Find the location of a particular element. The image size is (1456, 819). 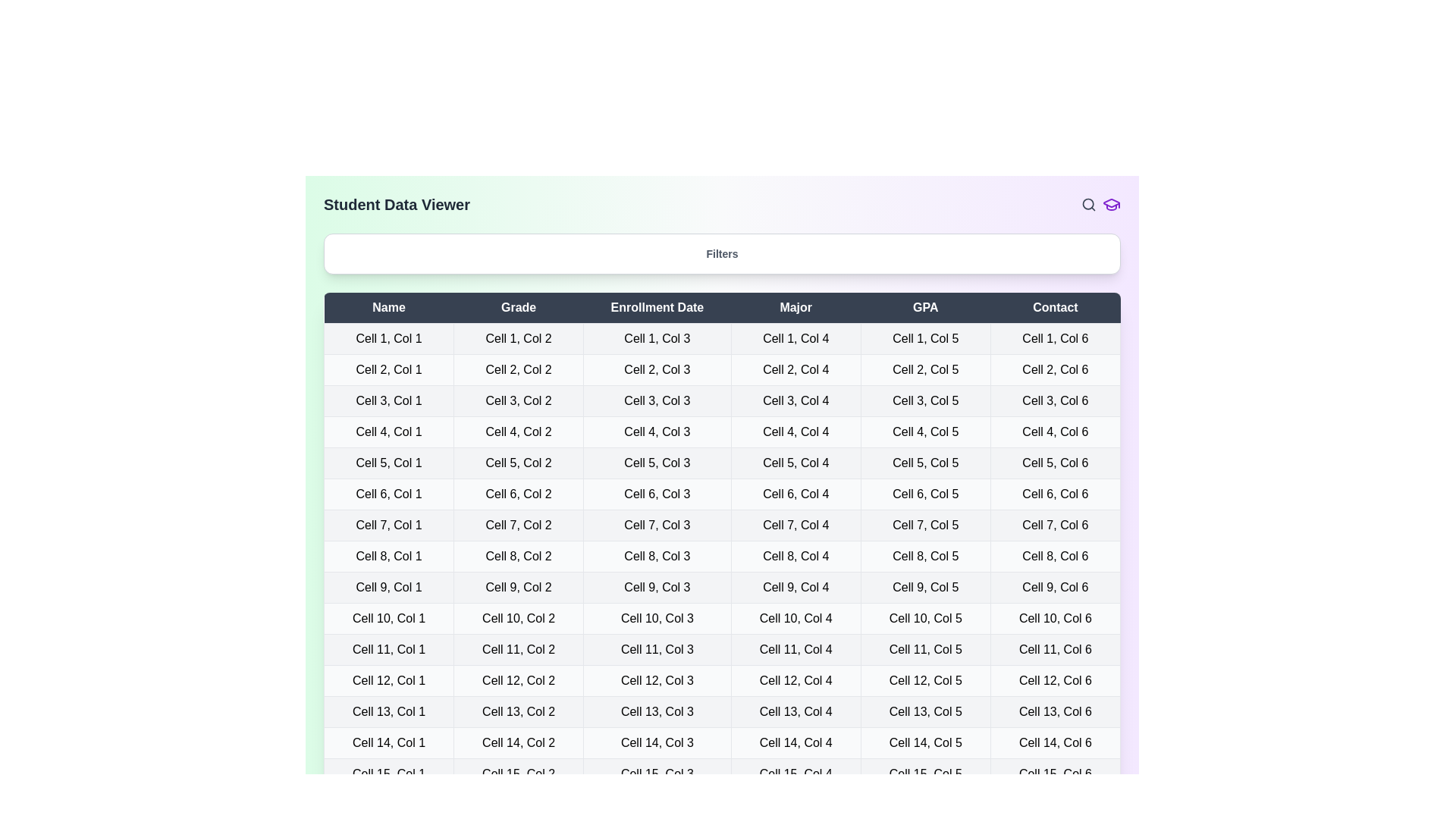

the 'Filters' section to expand or modify filters is located at coordinates (721, 253).